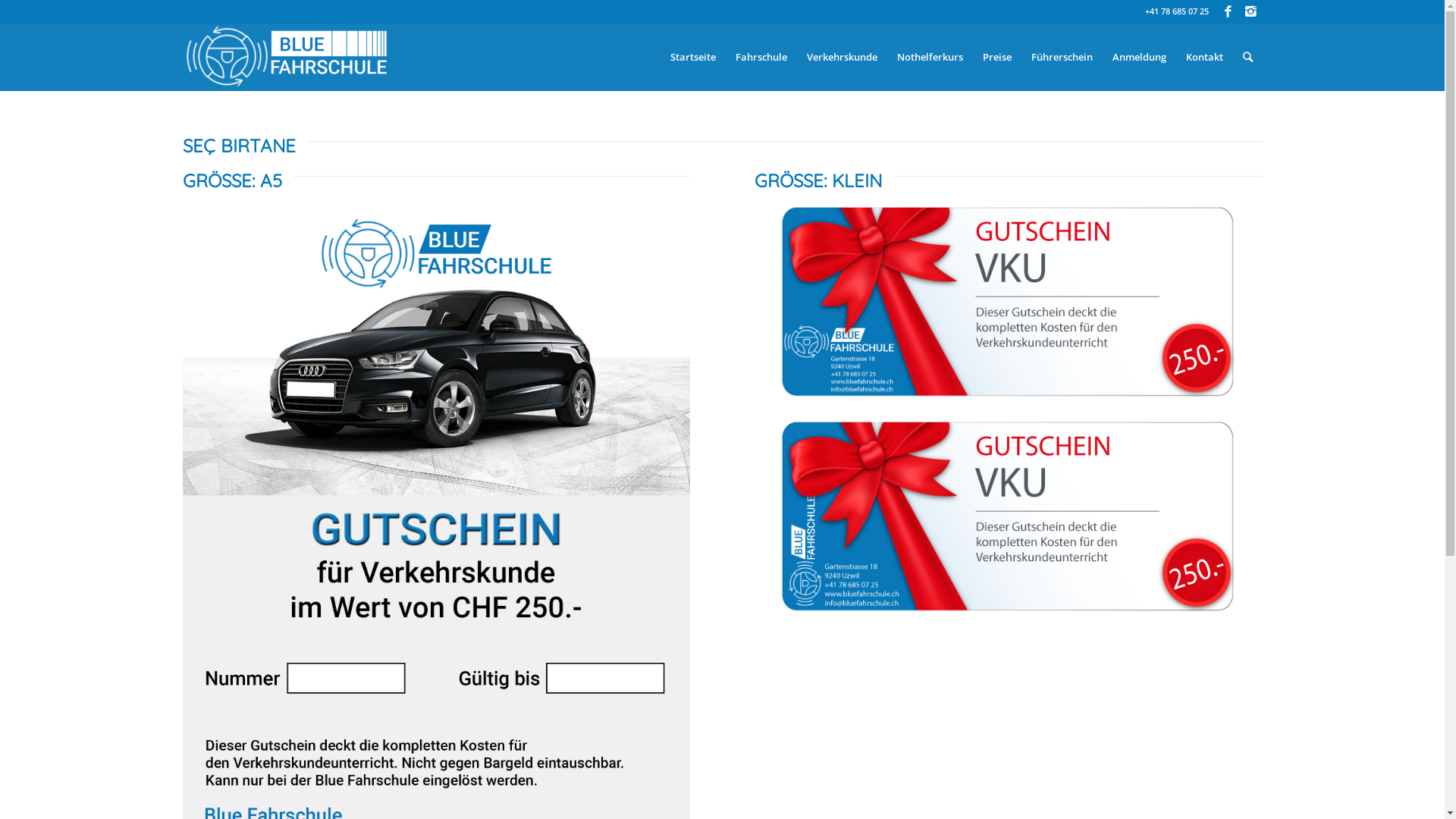  What do you see at coordinates (1008, 515) in the screenshot?
I see `'gutschein_small2_02'` at bounding box center [1008, 515].